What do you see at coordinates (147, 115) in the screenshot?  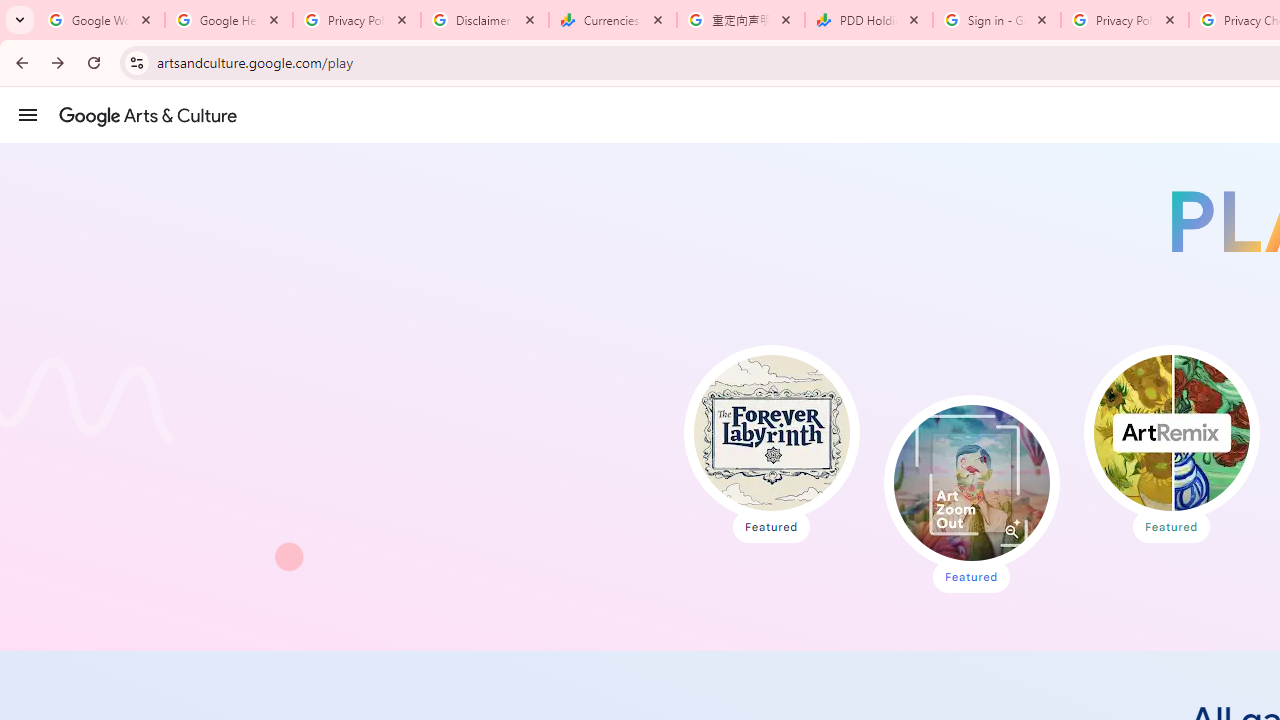 I see `'Google Arts & Culture'` at bounding box center [147, 115].